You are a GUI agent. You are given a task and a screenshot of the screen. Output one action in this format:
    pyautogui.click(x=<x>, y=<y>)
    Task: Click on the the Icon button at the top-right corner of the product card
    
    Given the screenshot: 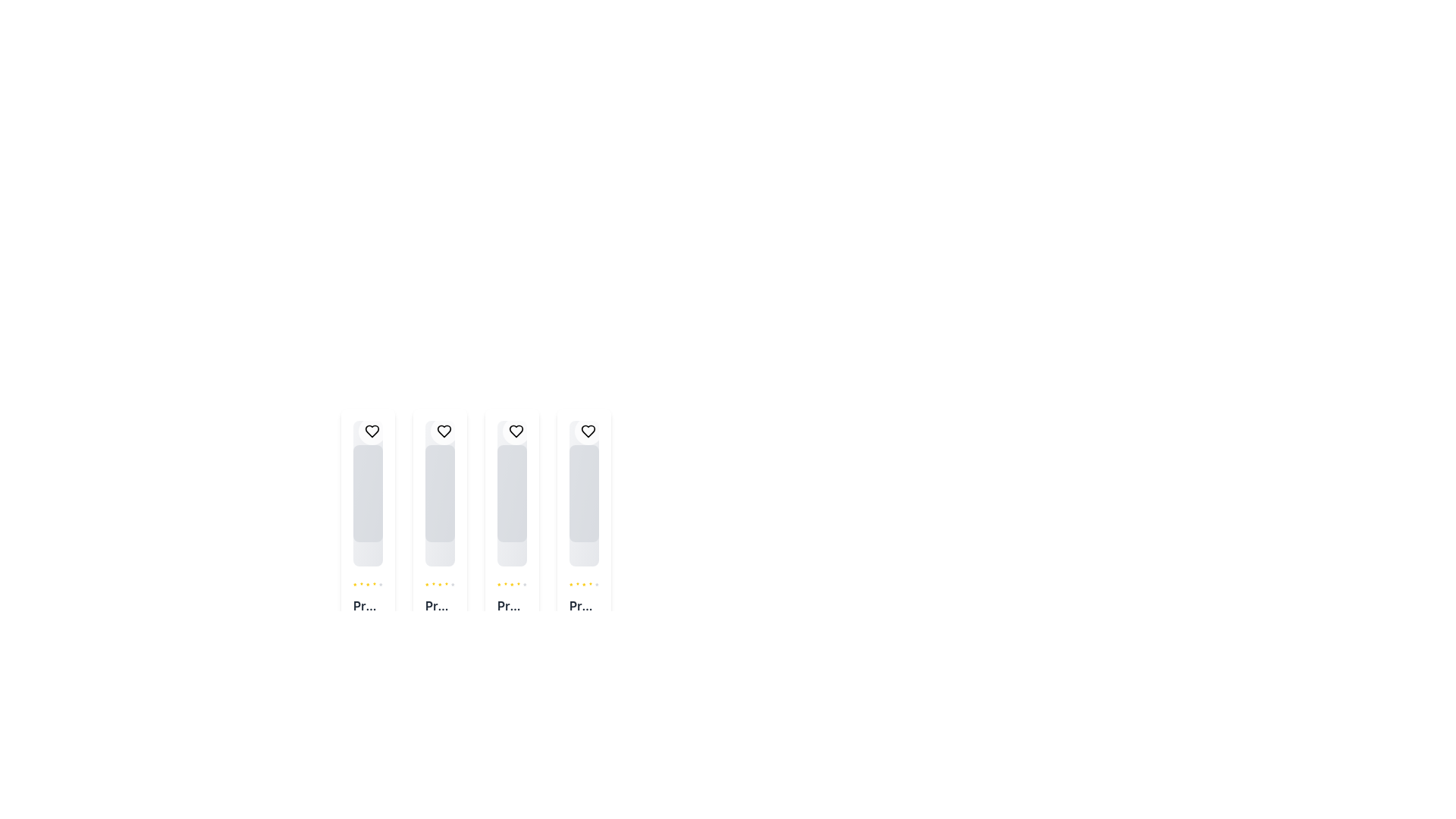 What is the action you would take?
    pyautogui.click(x=588, y=431)
    